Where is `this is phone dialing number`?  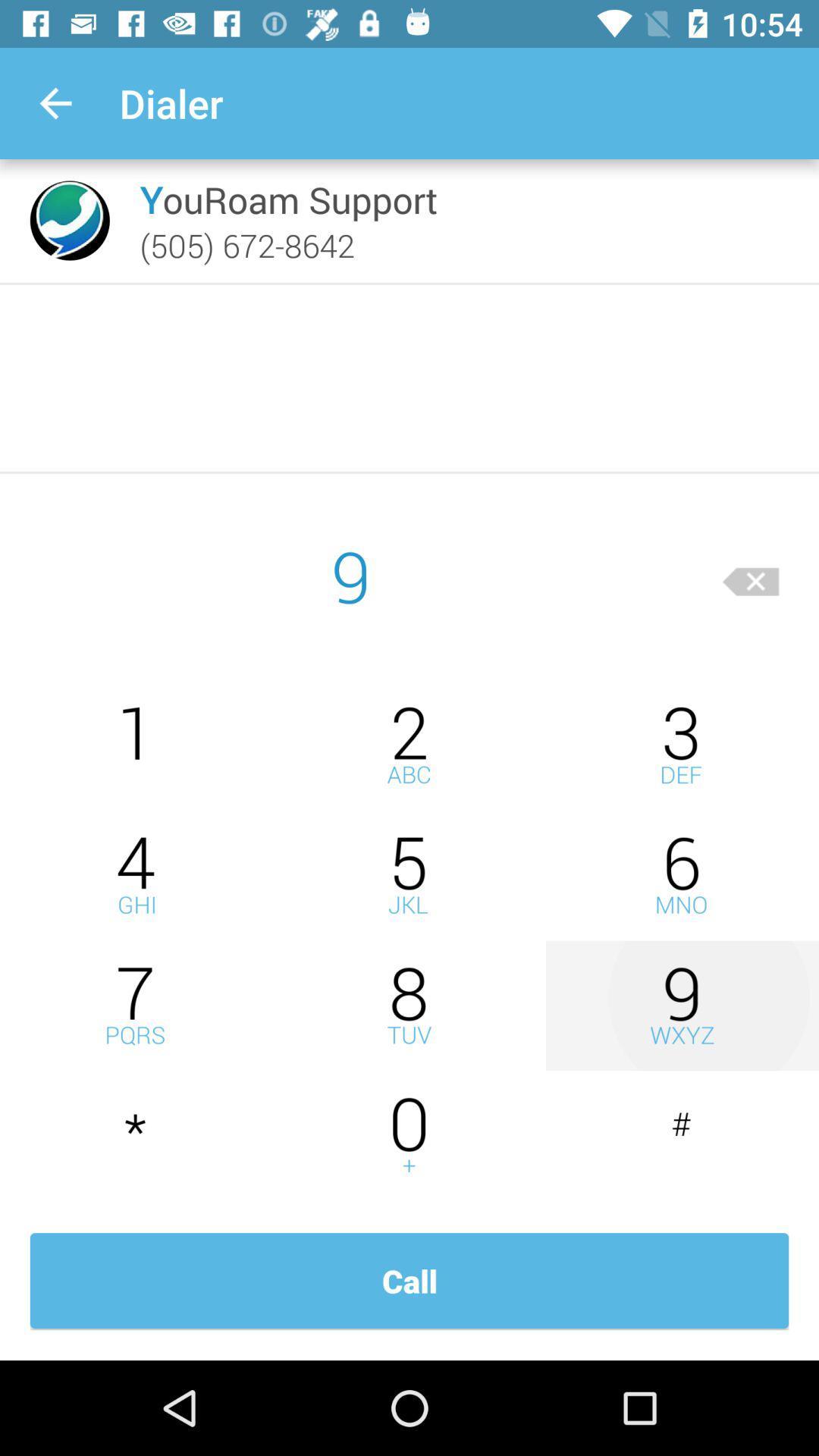
this is phone dialing number is located at coordinates (409, 1006).